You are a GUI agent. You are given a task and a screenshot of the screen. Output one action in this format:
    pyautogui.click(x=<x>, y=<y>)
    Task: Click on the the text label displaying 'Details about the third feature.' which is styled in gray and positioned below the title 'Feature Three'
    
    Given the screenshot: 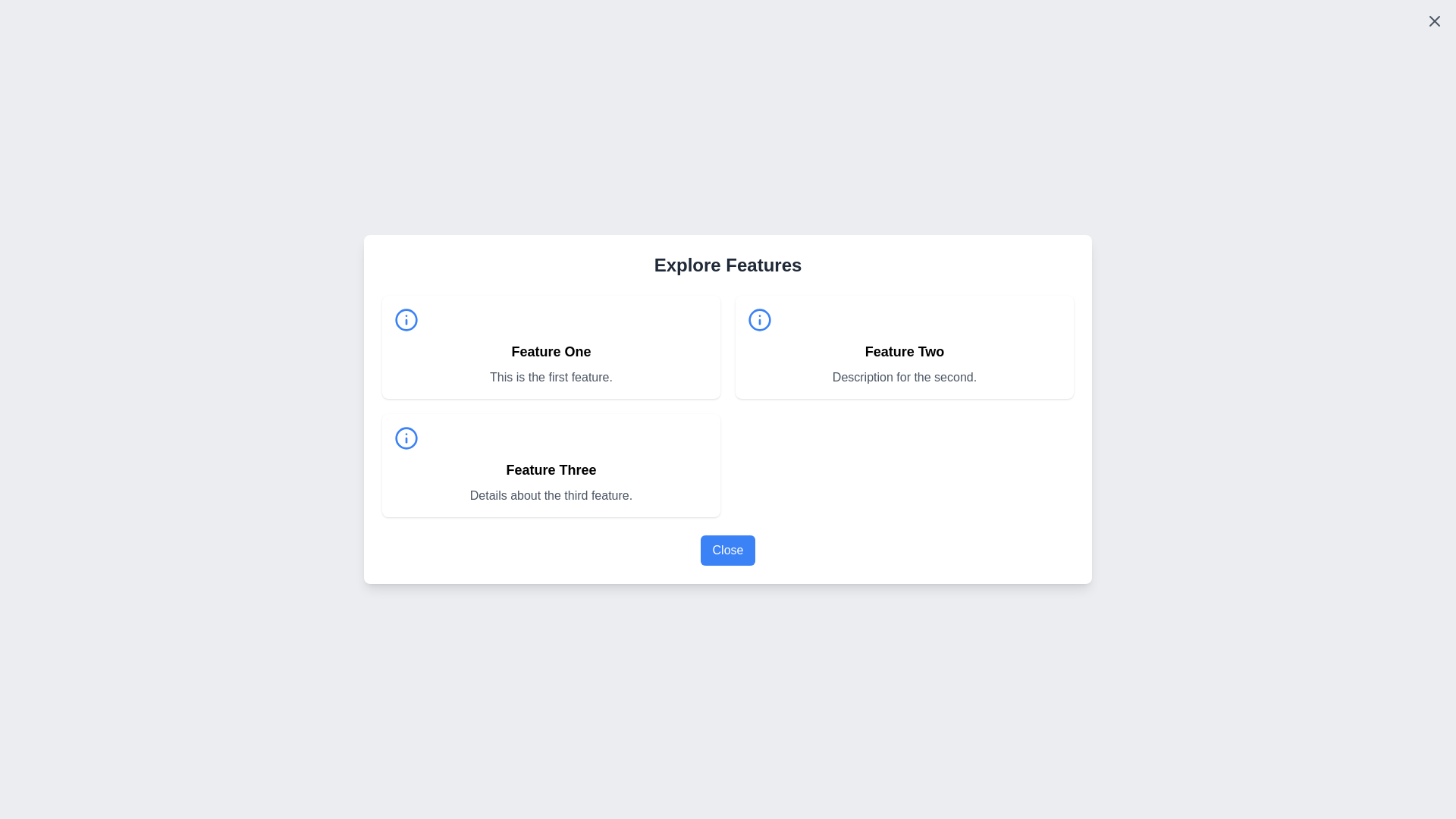 What is the action you would take?
    pyautogui.click(x=550, y=496)
    